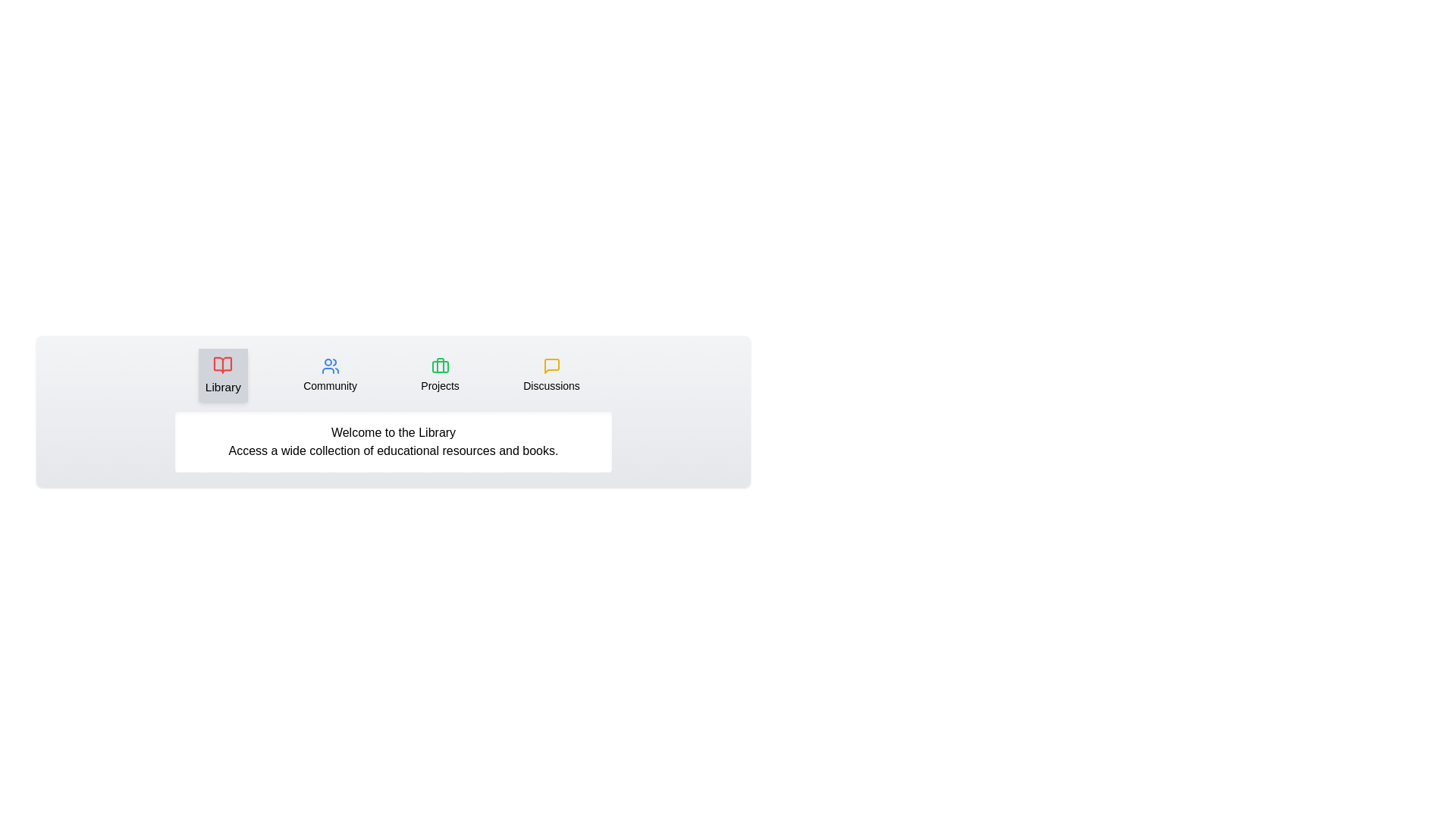 This screenshot has width=1456, height=819. Describe the element at coordinates (551, 366) in the screenshot. I see `the fourth icon from the left in a horizontal row of icons, which serves as a visual indicator for accessing messaging or discussion features` at that location.